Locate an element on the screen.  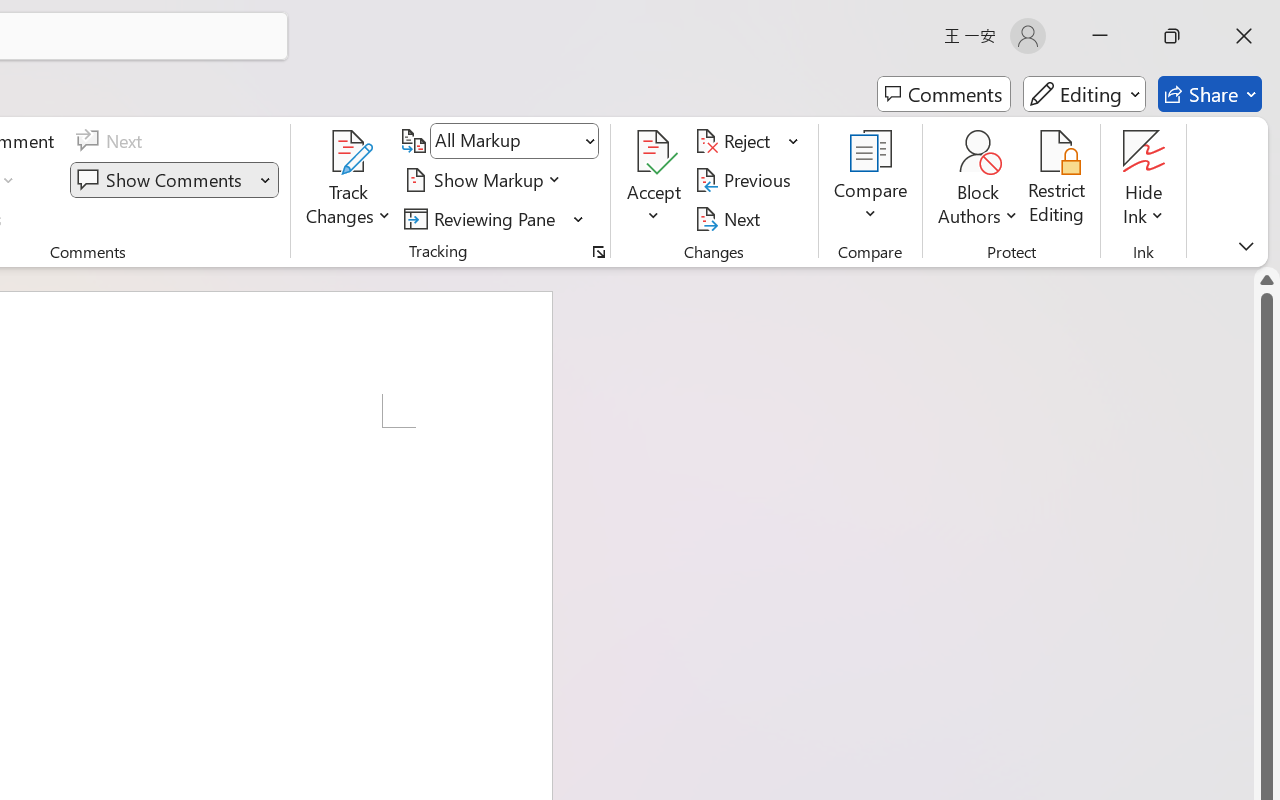
'Track Changes' is located at coordinates (349, 179).